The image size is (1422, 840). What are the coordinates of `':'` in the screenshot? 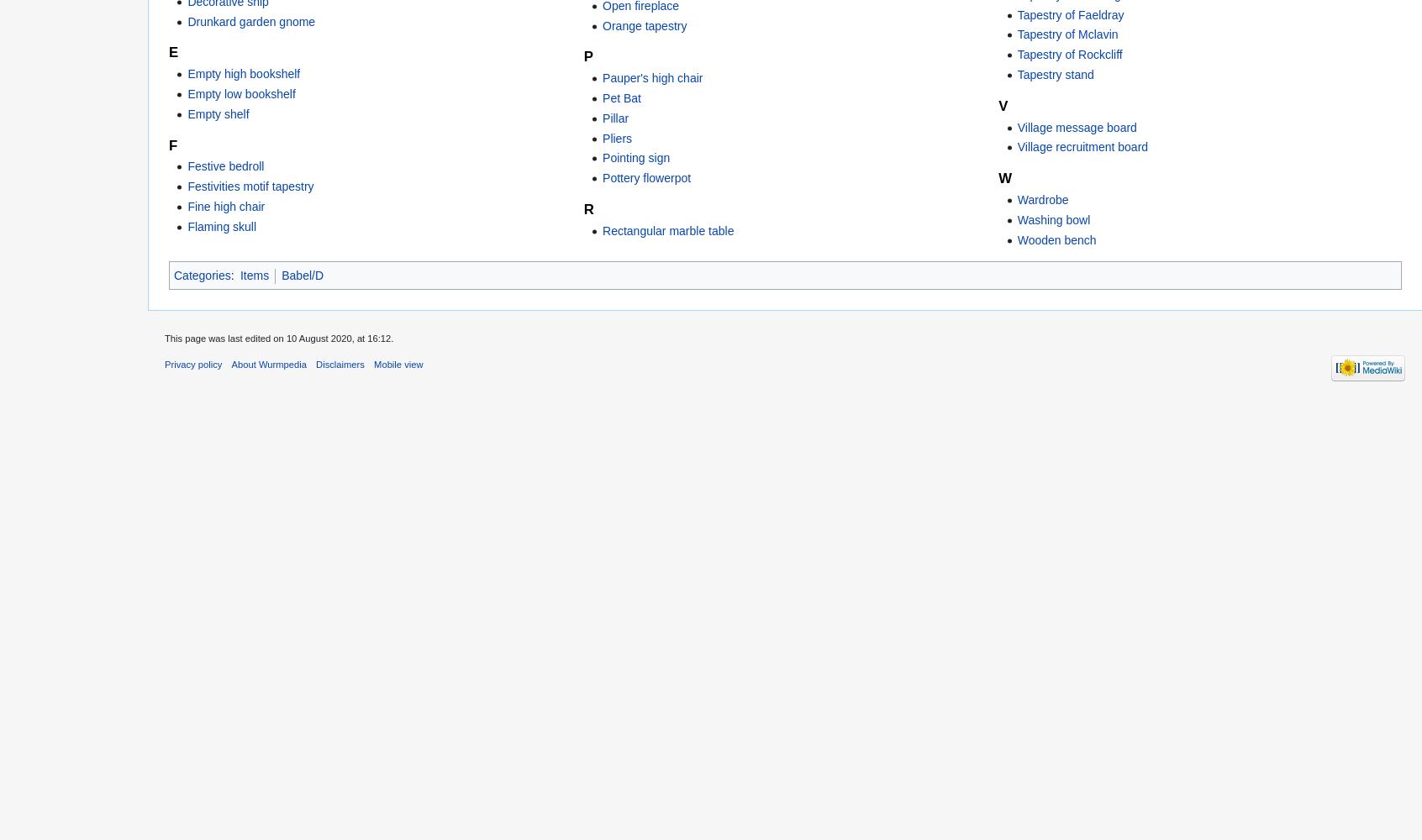 It's located at (233, 275).